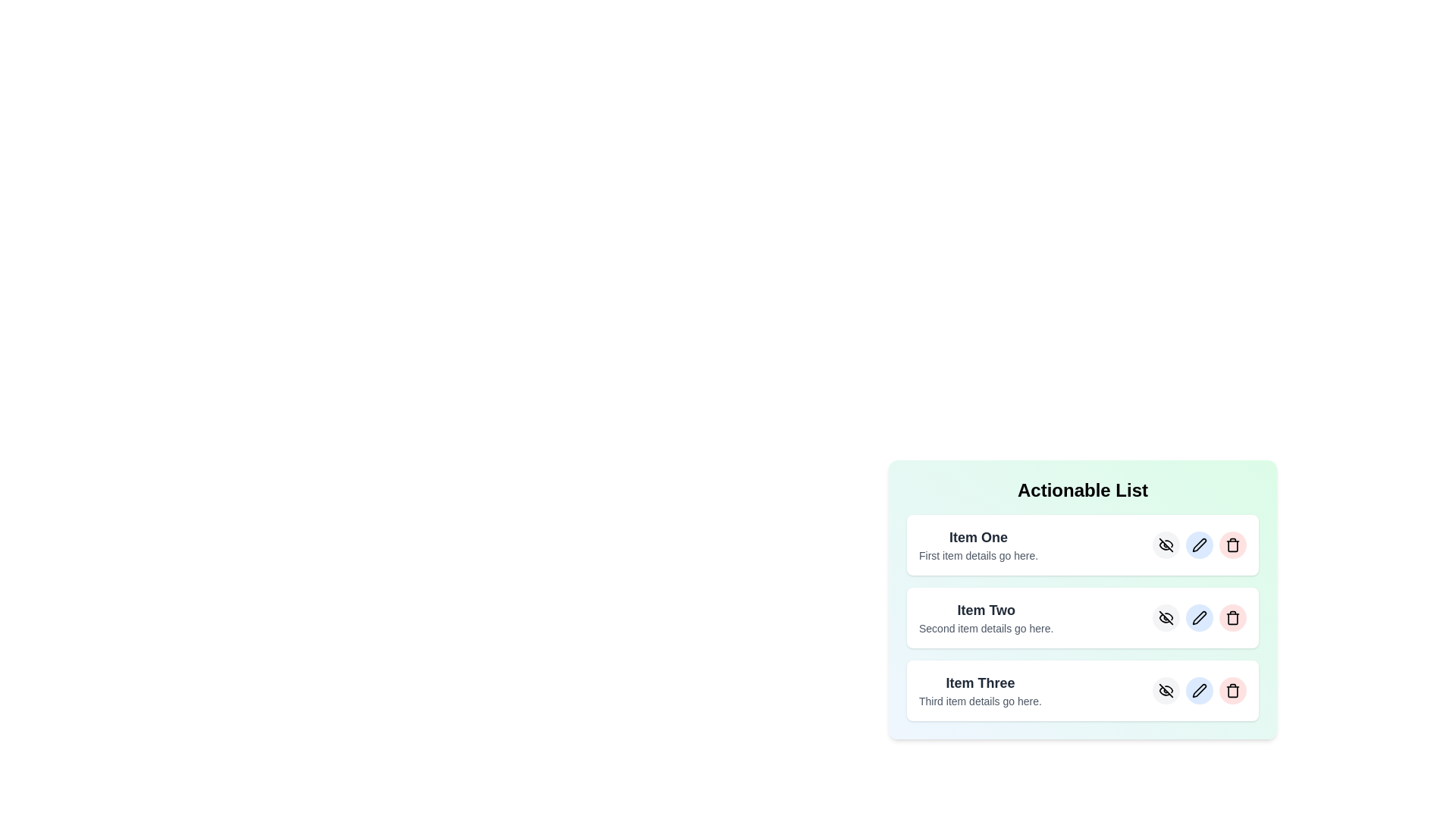 The width and height of the screenshot is (1456, 819). I want to click on the delete button for the item with title Item One, so click(1233, 544).